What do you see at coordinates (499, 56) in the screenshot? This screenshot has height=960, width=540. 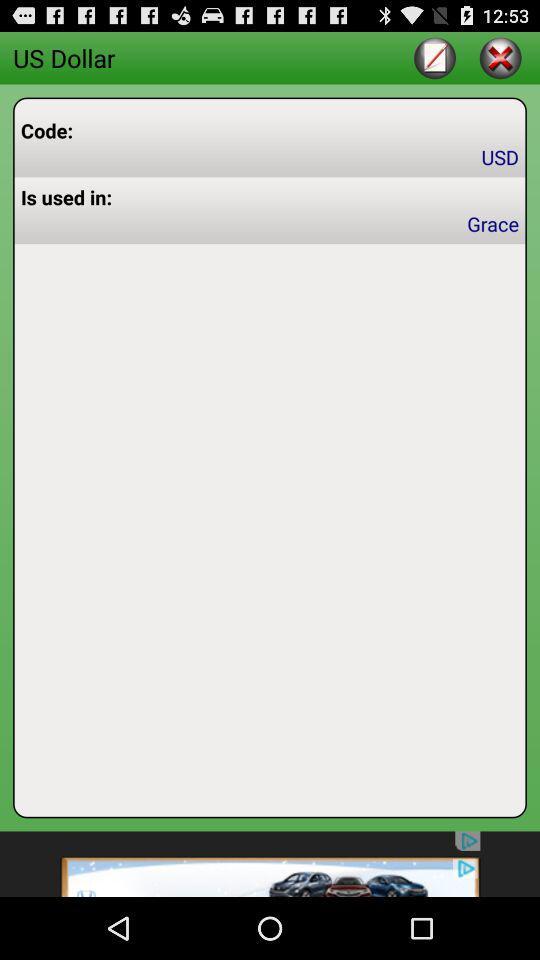 I see `window` at bounding box center [499, 56].